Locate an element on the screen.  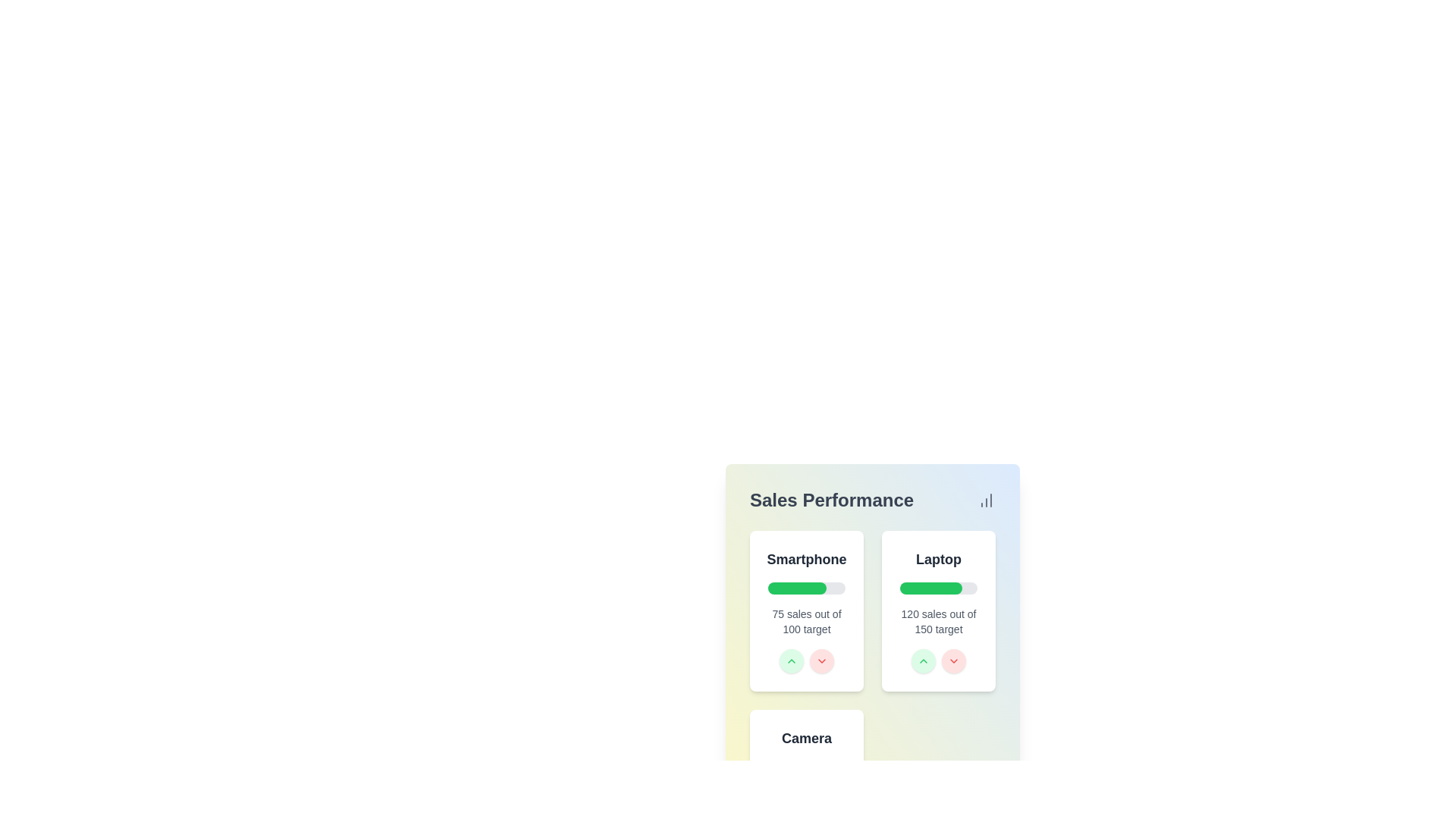
the circular red button with a downward chevron icon is located at coordinates (952, 660).